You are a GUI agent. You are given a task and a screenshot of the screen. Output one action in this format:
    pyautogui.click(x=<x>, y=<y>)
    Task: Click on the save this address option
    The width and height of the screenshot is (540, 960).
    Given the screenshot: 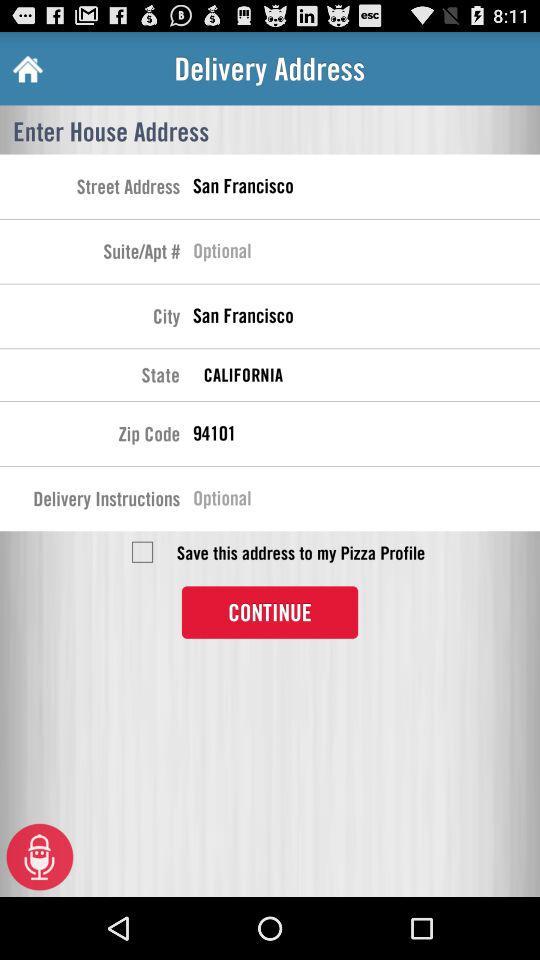 What is the action you would take?
    pyautogui.click(x=141, y=552)
    